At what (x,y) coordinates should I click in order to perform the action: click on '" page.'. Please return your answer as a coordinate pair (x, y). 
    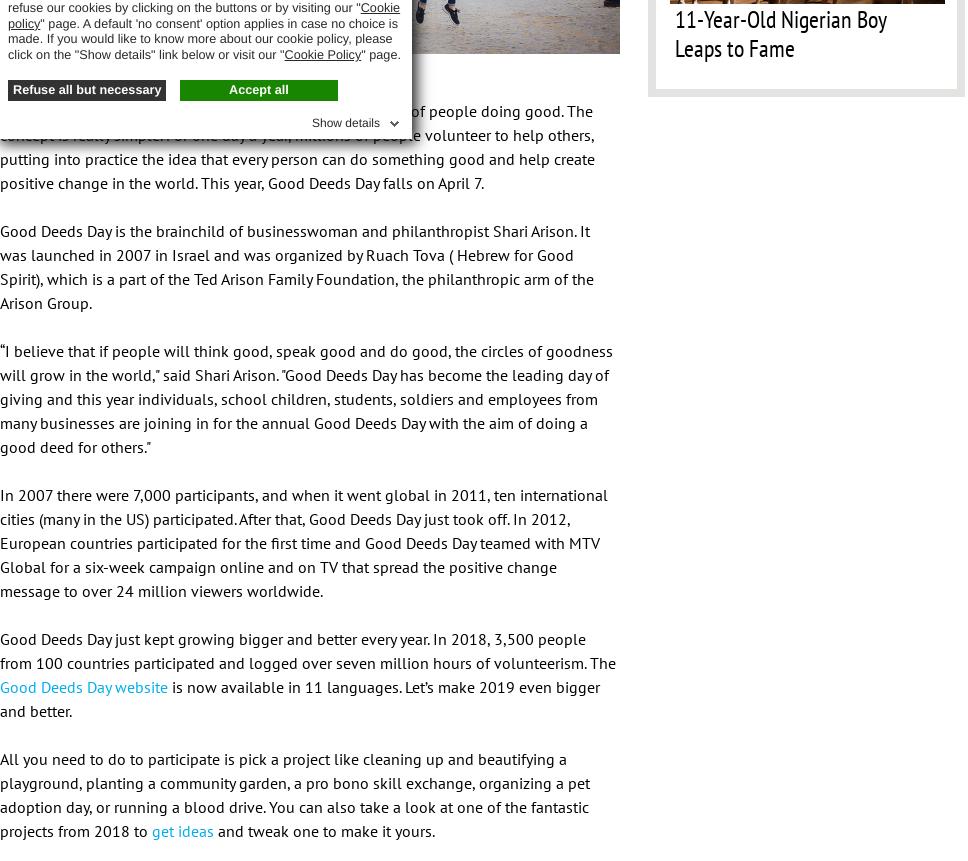
    Looking at the image, I should click on (379, 53).